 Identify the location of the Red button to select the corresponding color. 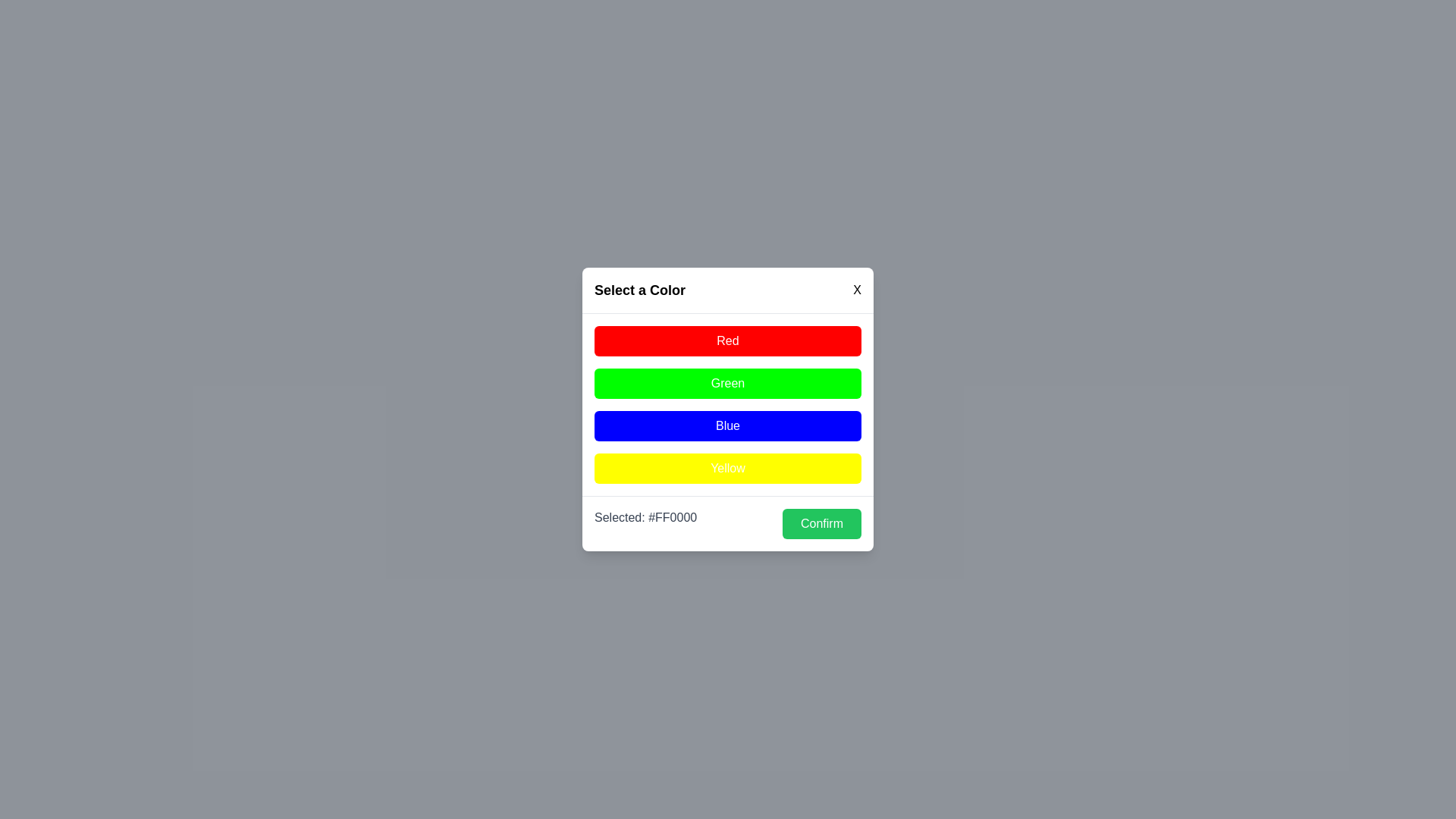
(728, 341).